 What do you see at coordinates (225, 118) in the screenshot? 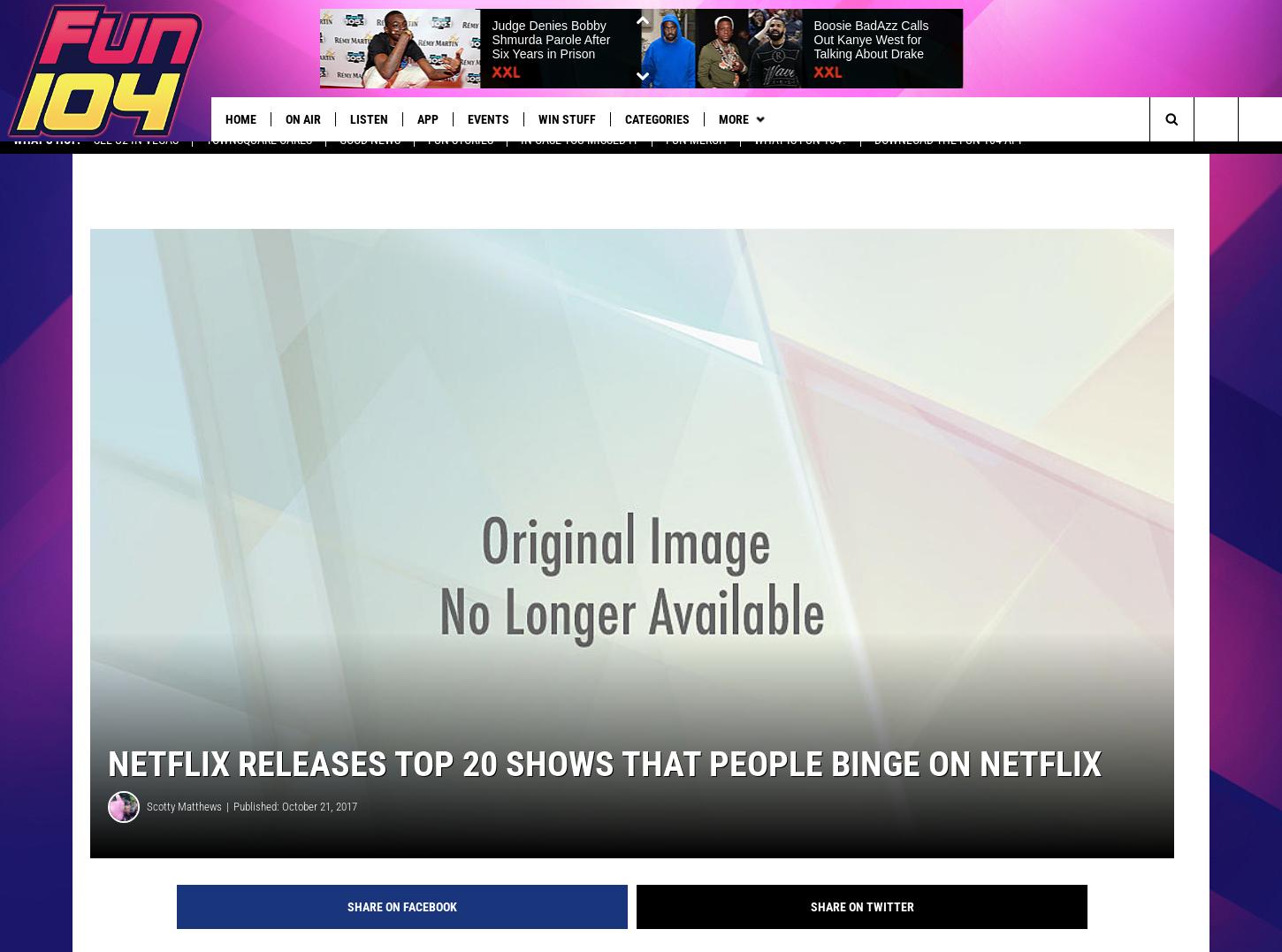
I see `'Home'` at bounding box center [225, 118].